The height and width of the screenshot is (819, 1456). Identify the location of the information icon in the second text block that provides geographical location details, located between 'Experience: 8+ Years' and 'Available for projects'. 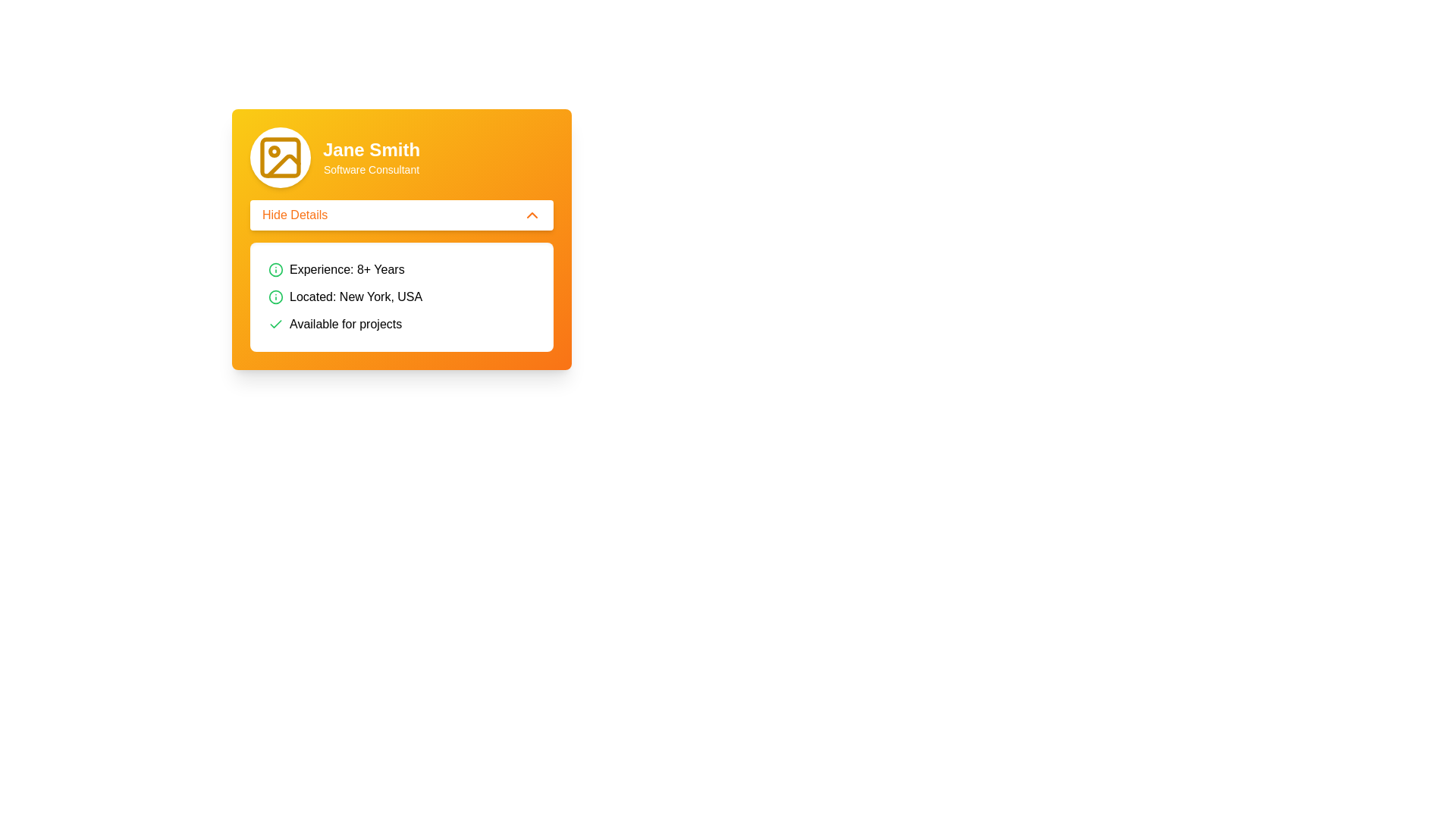
(401, 297).